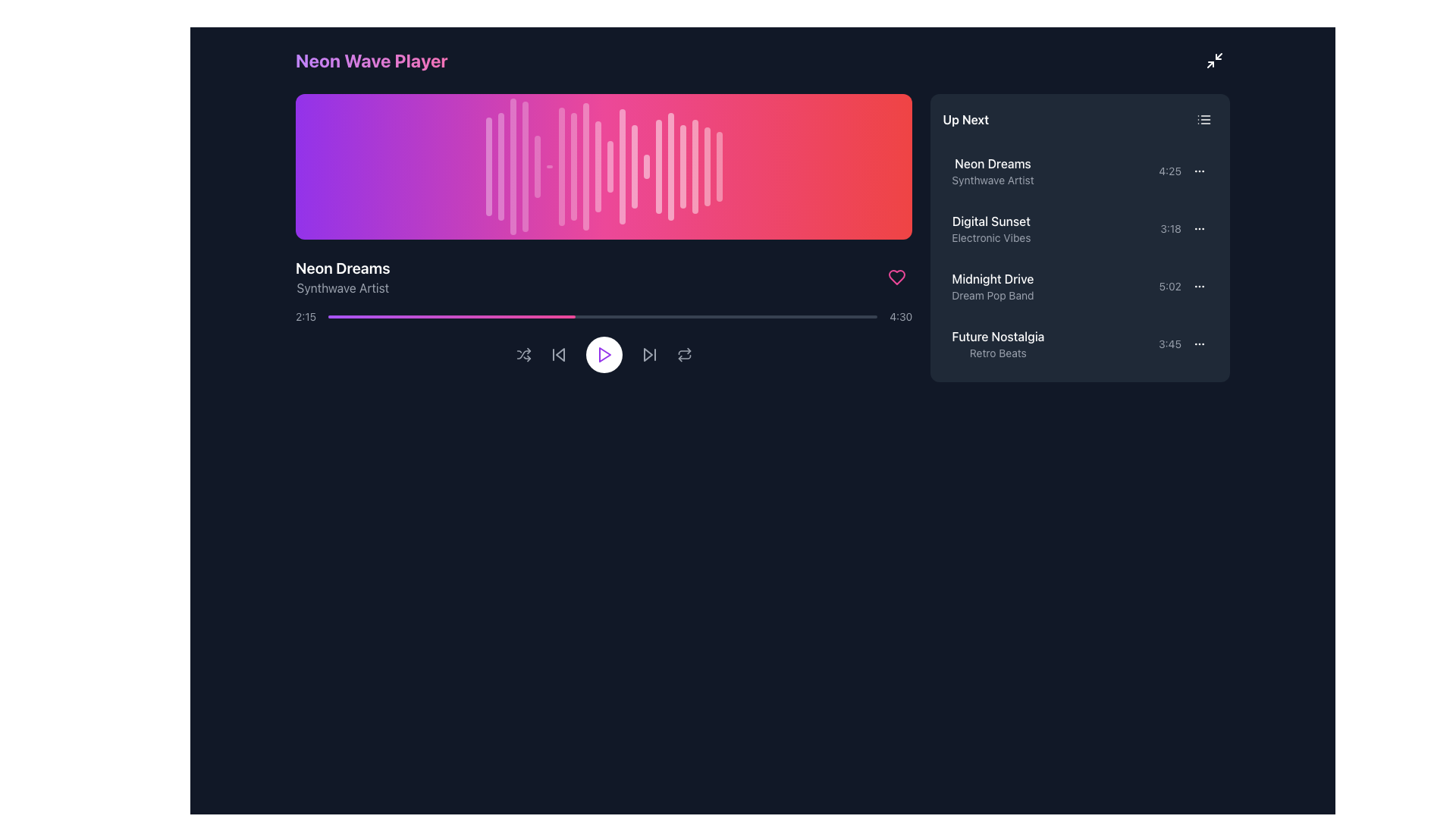  I want to click on the button located in the top-right corner of the 'Up Next' section, so click(1203, 119).